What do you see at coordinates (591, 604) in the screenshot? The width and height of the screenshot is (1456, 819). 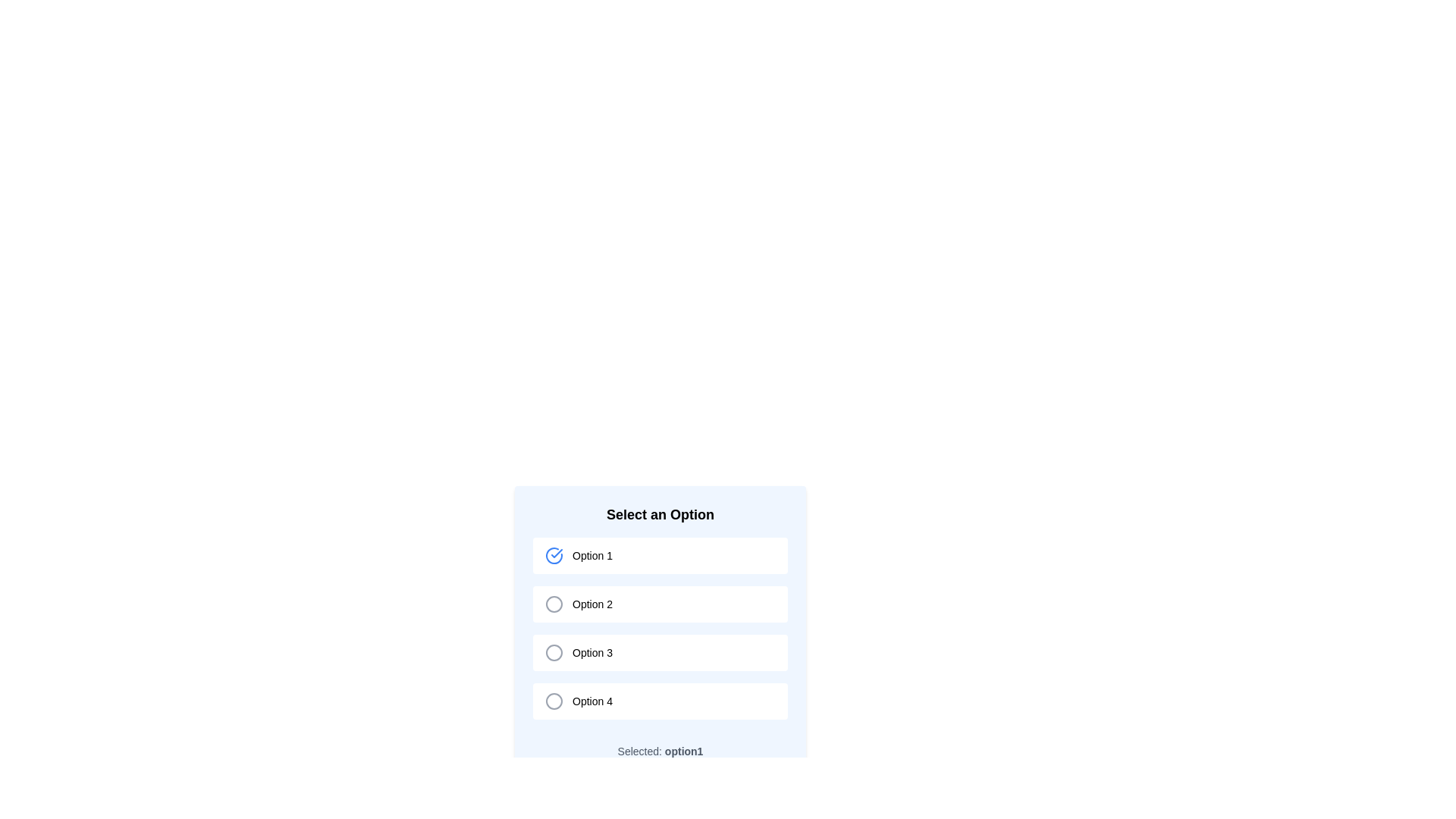 I see `the second selectable option label in the list, which is located directly below 'Option 1' and above 'Option 3'` at bounding box center [591, 604].